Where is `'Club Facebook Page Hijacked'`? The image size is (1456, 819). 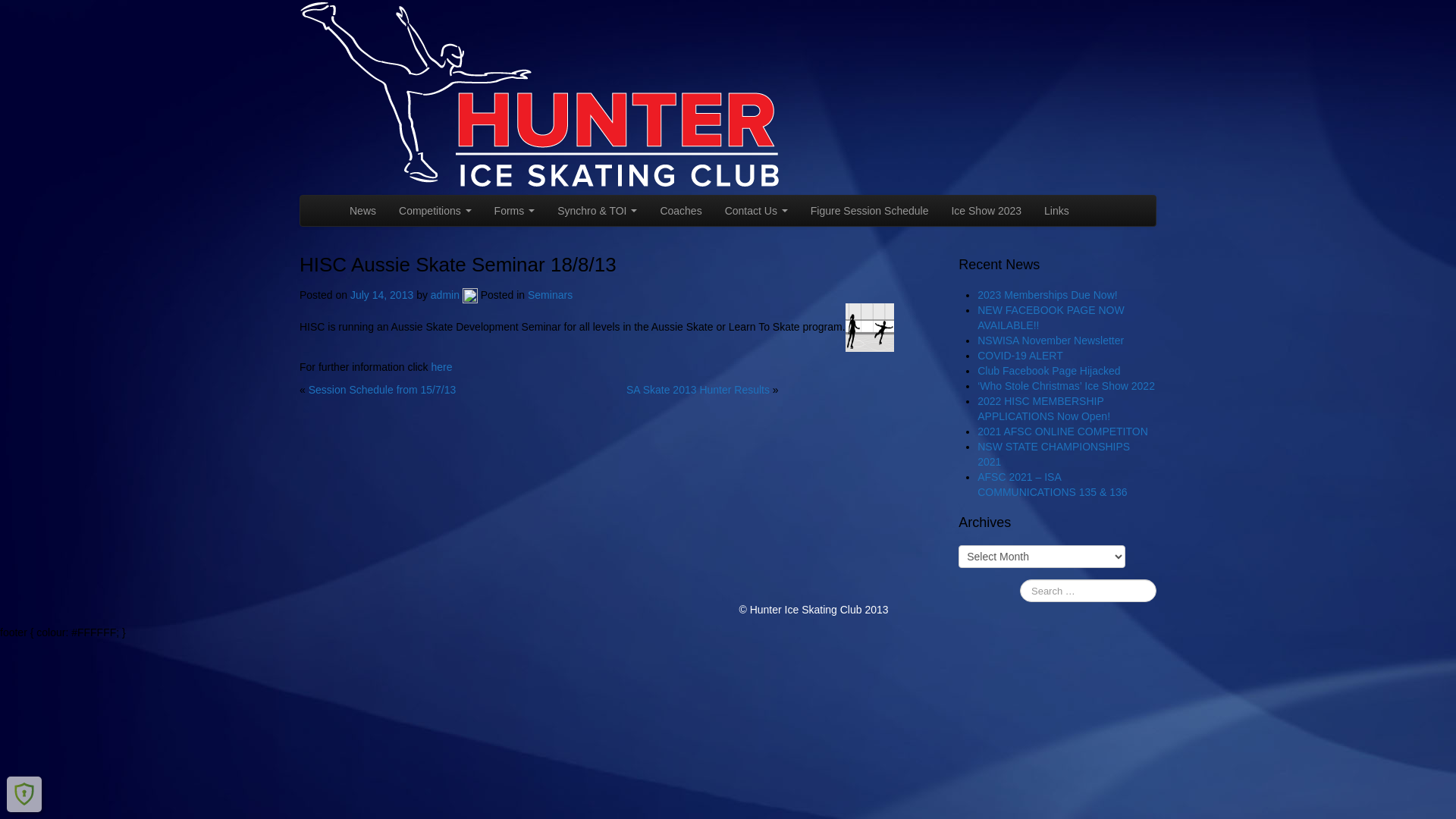 'Club Facebook Page Hijacked' is located at coordinates (1047, 371).